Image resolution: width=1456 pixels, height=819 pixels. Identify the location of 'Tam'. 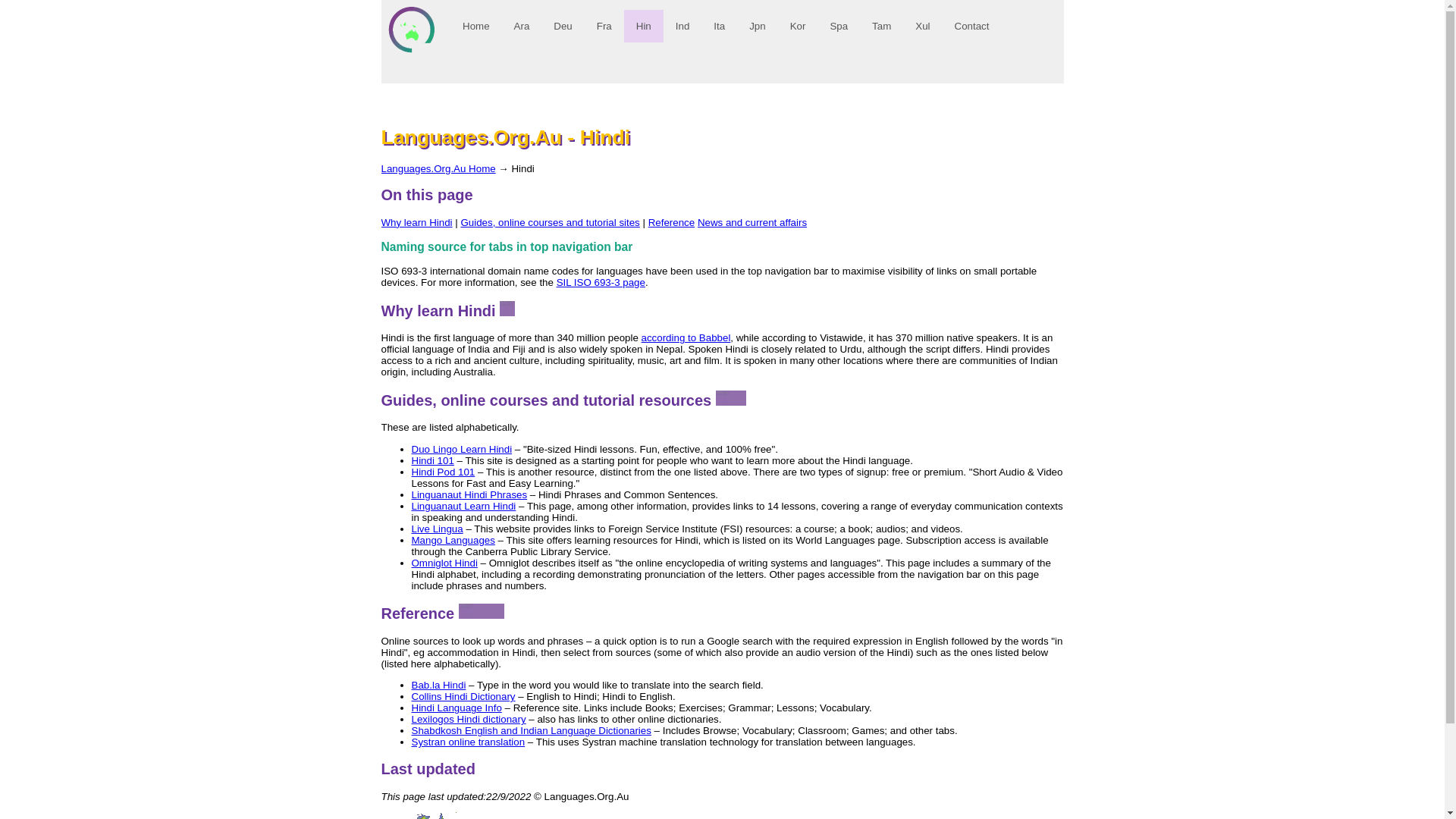
(881, 26).